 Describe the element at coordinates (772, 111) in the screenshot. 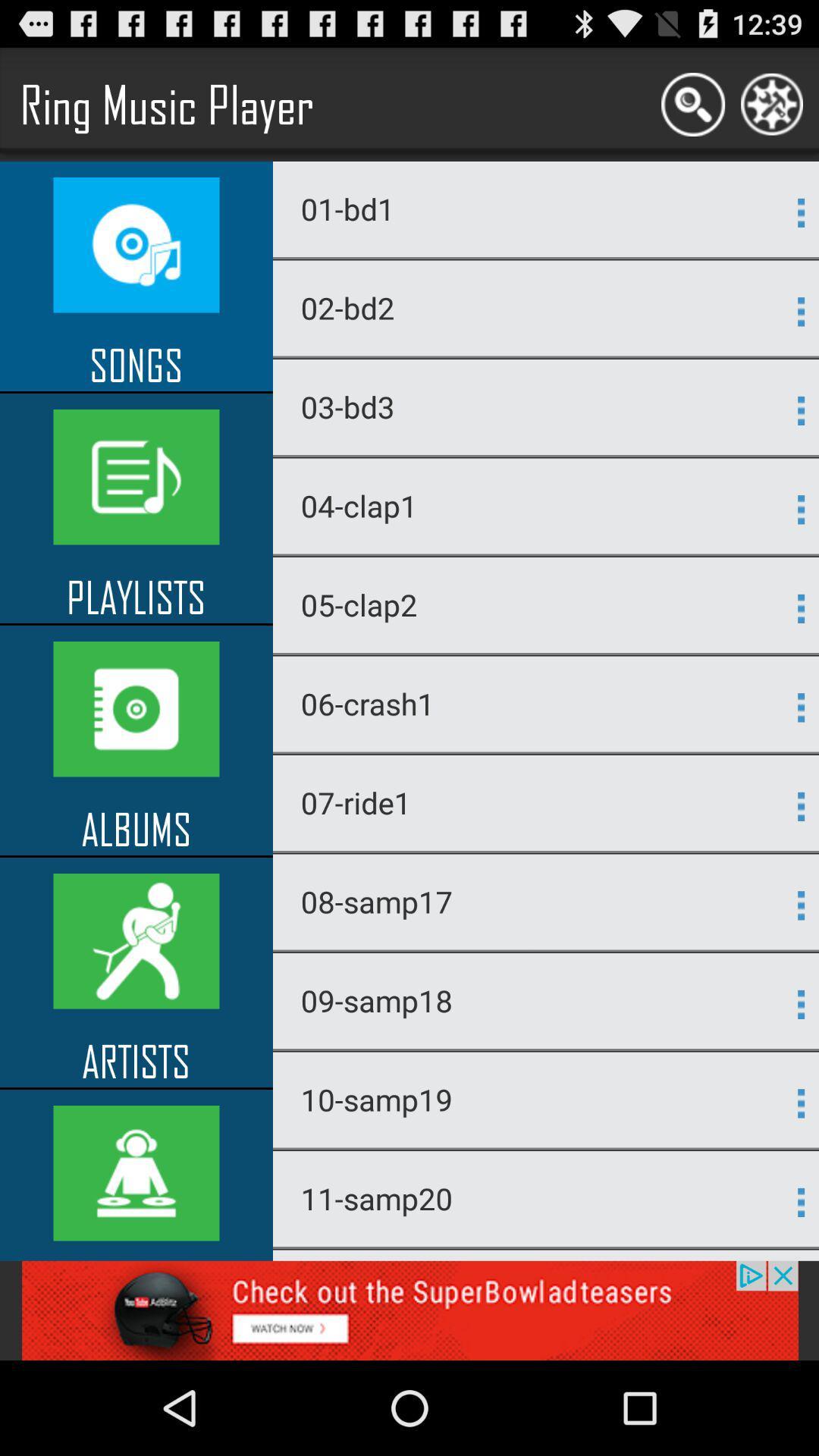

I see `the settings icon` at that location.